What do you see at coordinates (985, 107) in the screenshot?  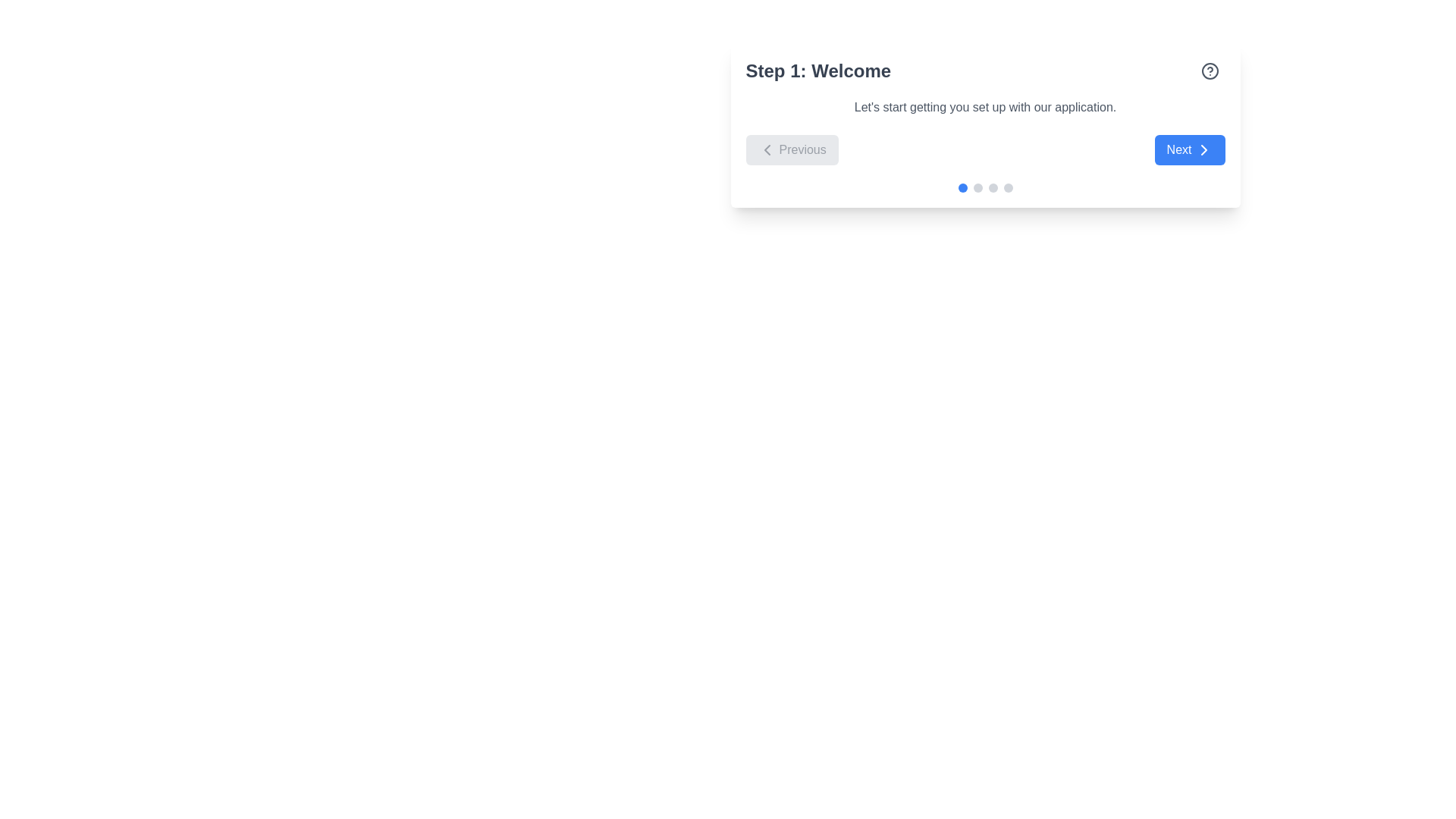 I see `the text label that reads 'Let's start getting you set up with our application.' which is styled with a muted gray font and positioned below the headline 'Step 1: Welcome'` at bounding box center [985, 107].